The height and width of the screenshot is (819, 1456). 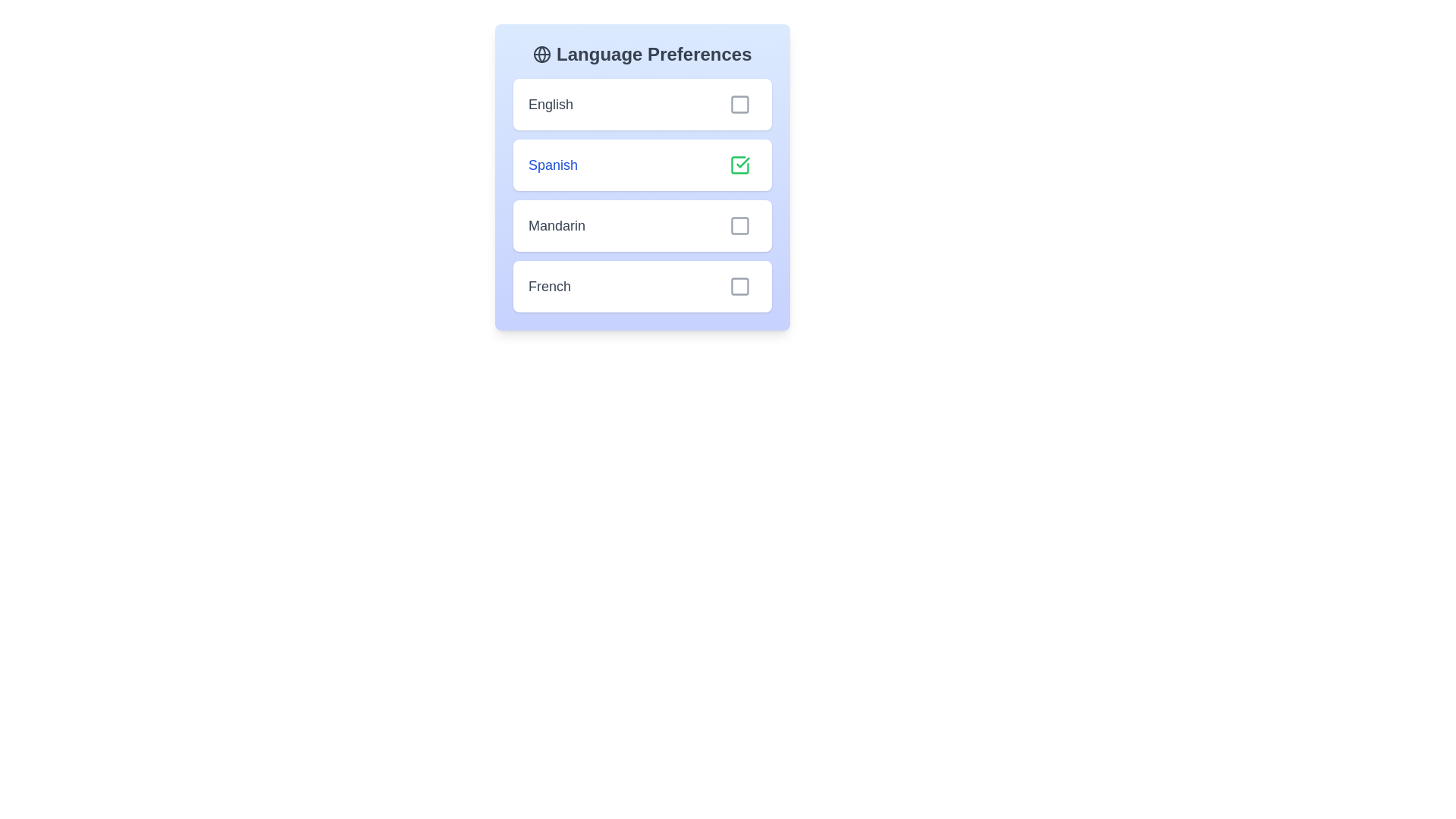 I want to click on the checkbox styled with a thin outline and light gray color, located next to the 'Mandarin' label in the list of language options, so click(x=739, y=225).